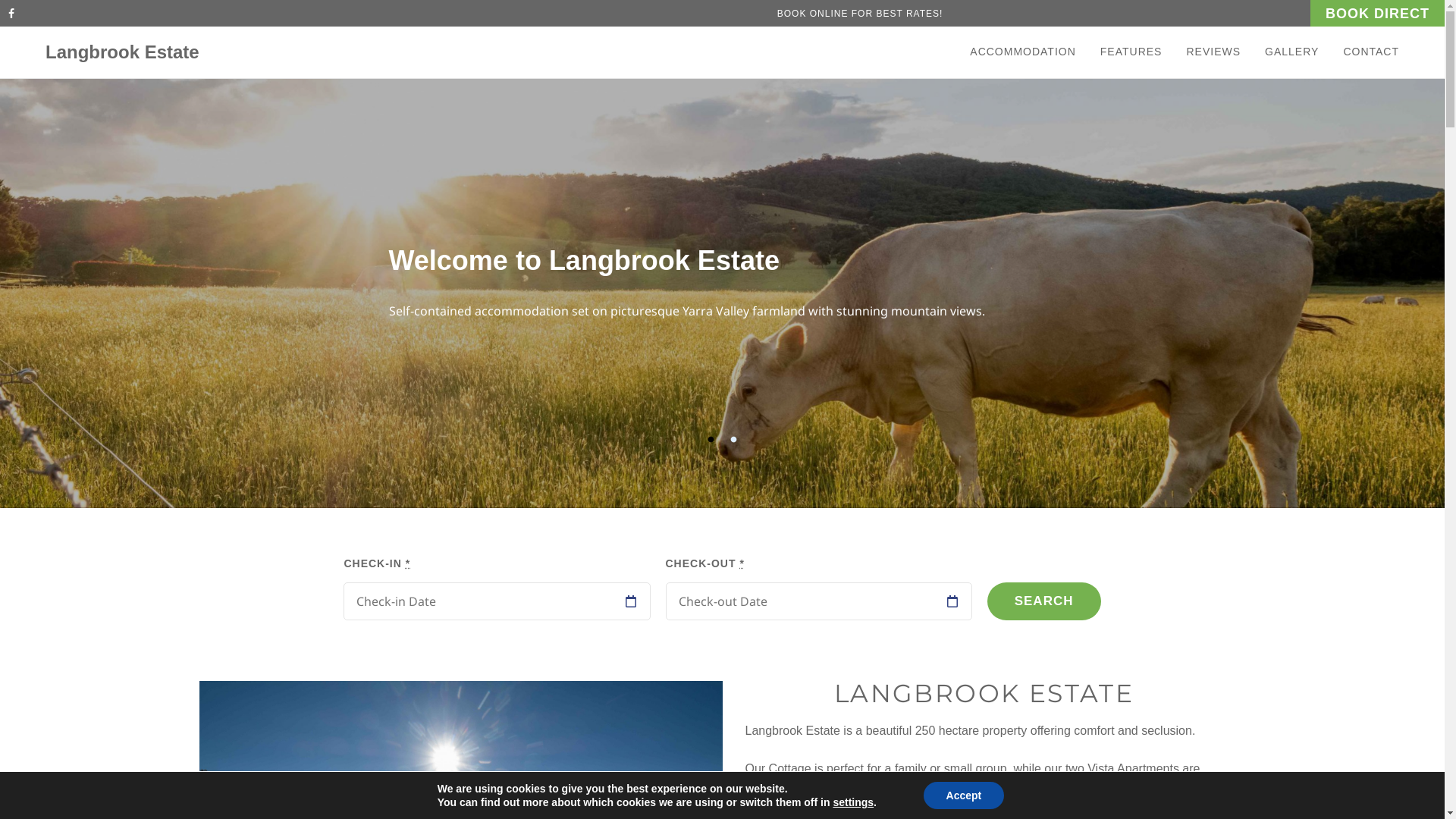  I want to click on '1', so click(702, 439).